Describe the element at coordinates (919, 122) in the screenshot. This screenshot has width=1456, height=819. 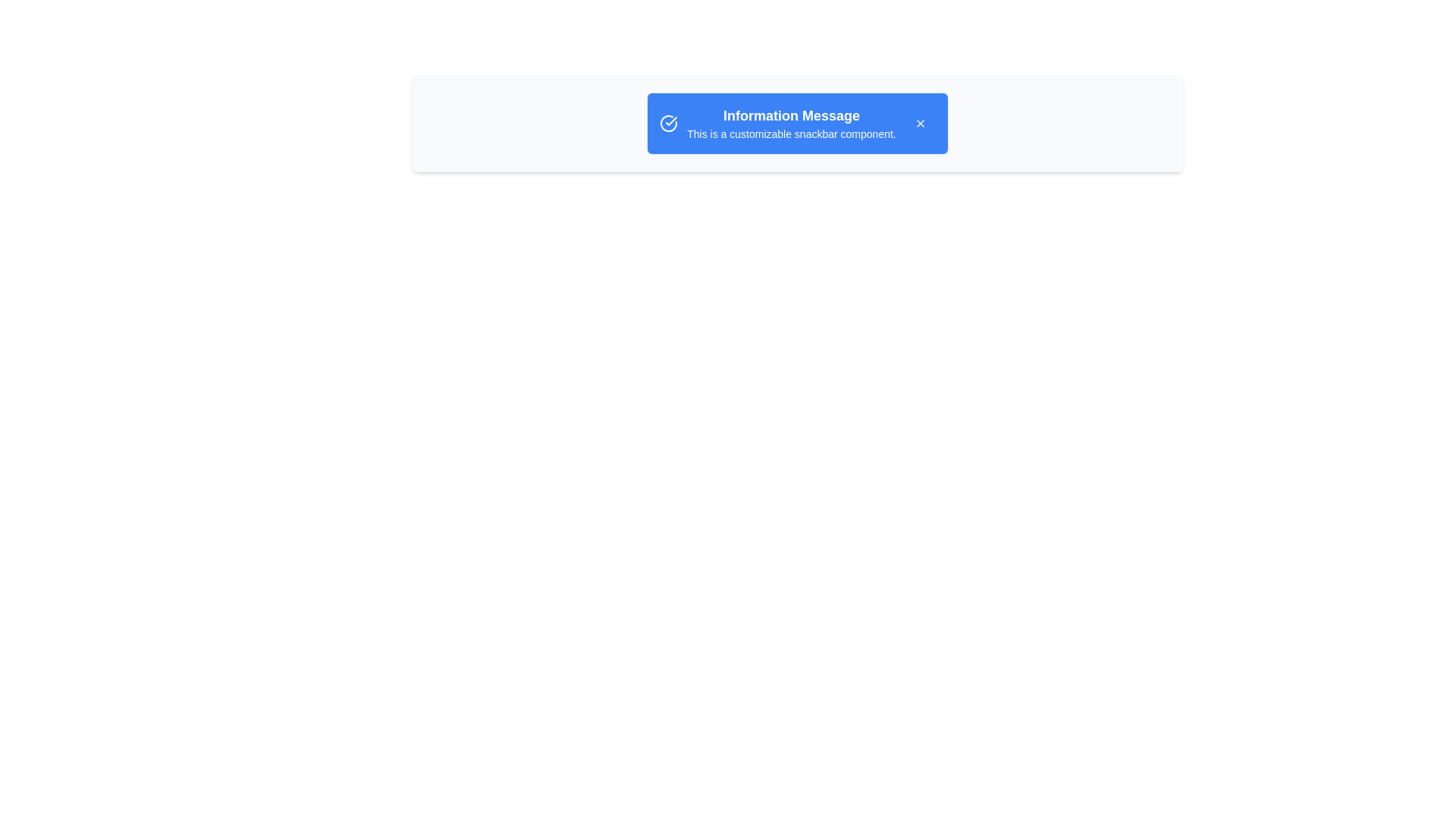
I see `the 'X' button to close the snackbar` at that location.